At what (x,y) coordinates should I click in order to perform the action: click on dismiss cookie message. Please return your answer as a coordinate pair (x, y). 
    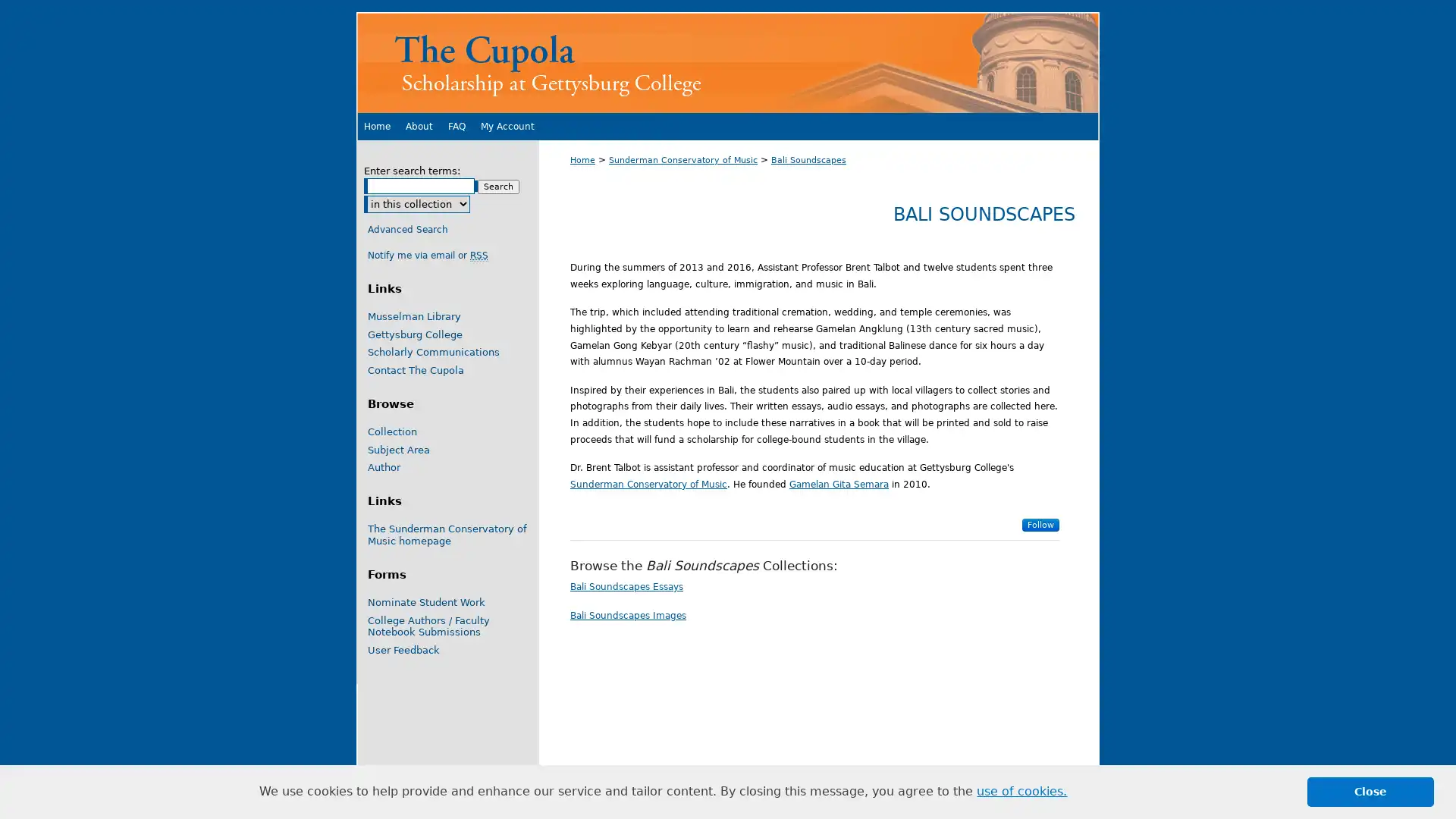
    Looking at the image, I should click on (1370, 791).